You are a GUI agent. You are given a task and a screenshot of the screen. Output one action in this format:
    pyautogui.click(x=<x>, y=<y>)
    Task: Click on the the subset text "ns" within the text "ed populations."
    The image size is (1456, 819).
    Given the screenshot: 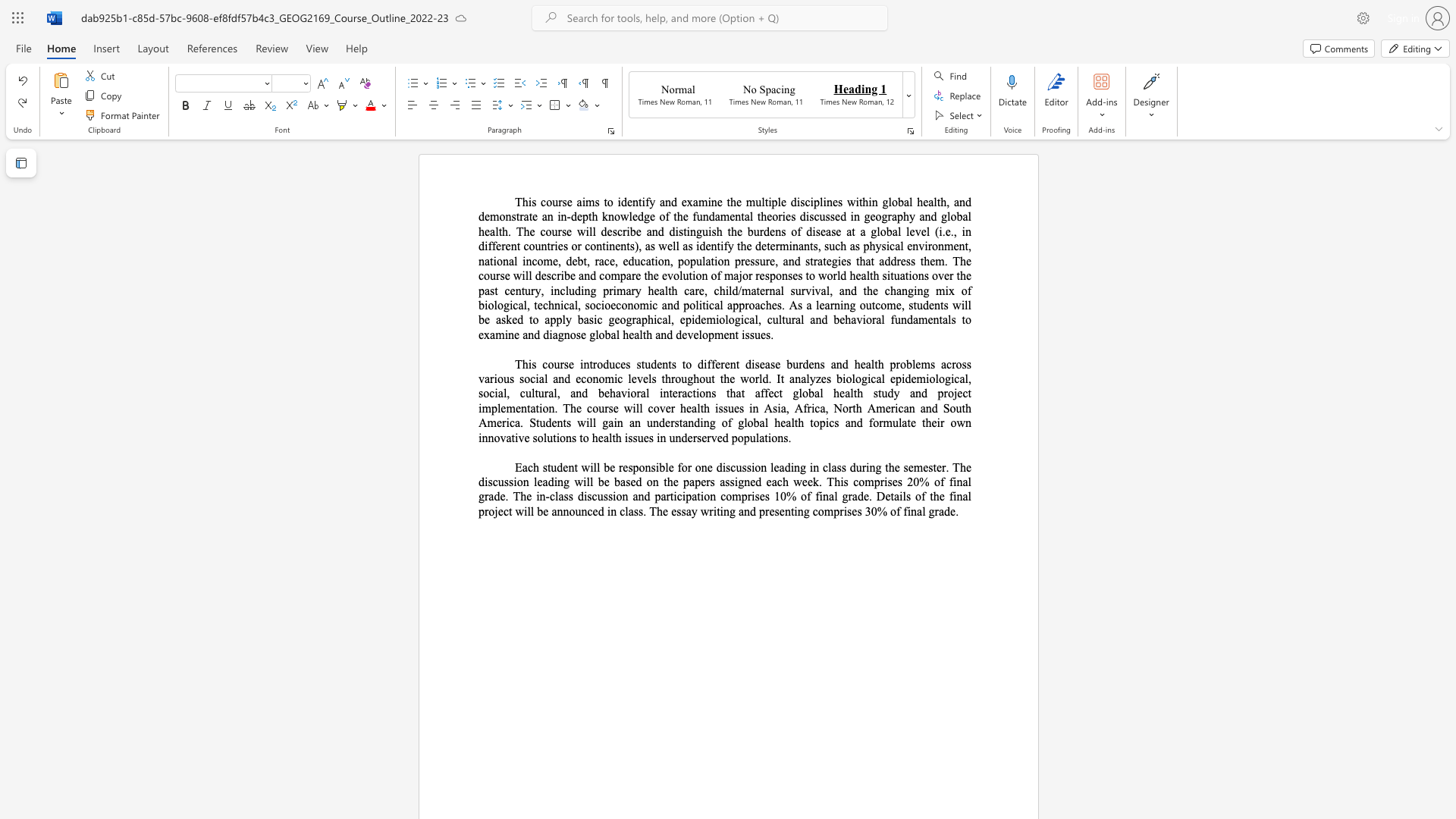 What is the action you would take?
    pyautogui.click(x=777, y=438)
    